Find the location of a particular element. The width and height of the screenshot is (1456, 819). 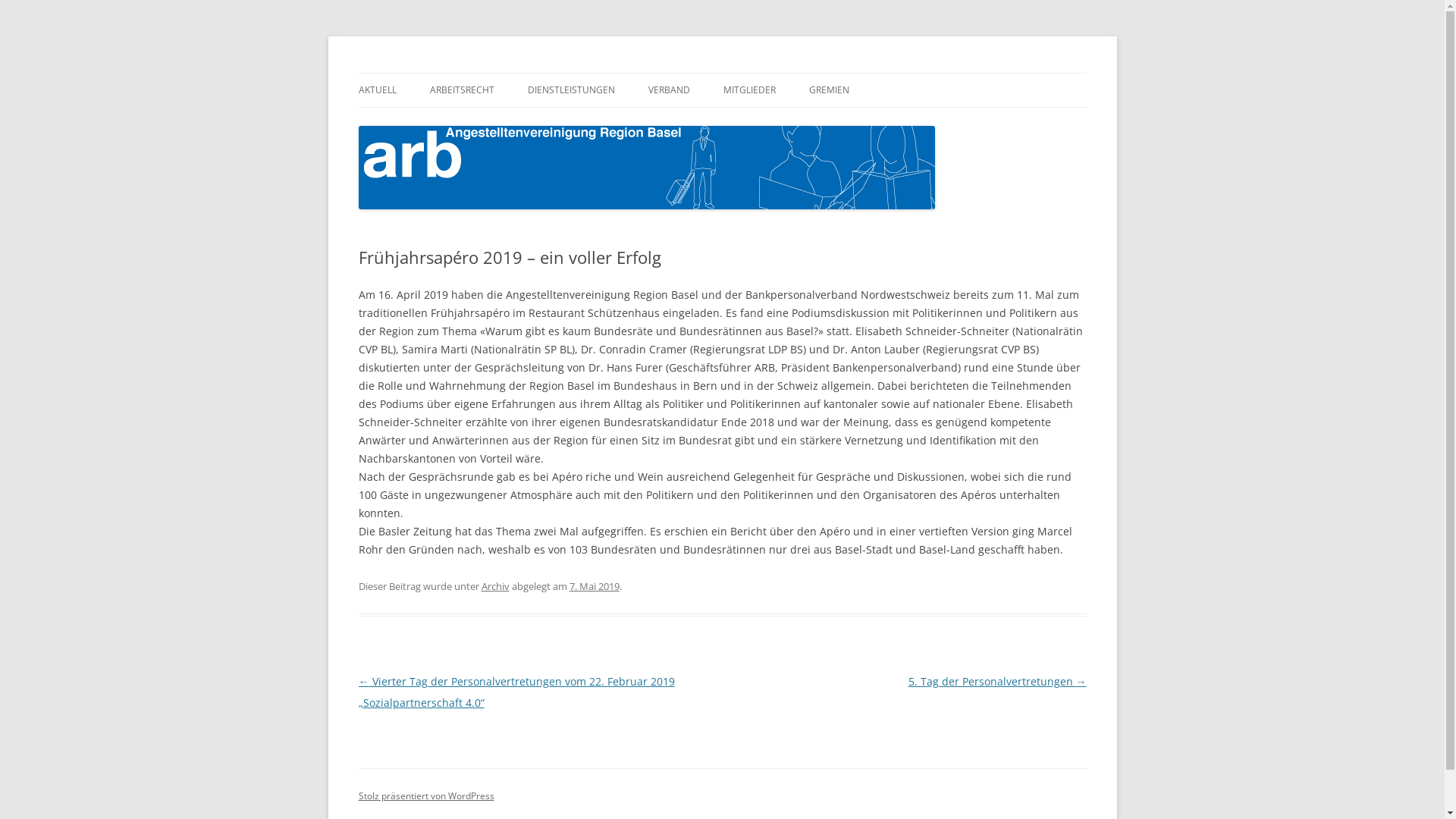

'Springe zum Inhalt' is located at coordinates (721, 73).